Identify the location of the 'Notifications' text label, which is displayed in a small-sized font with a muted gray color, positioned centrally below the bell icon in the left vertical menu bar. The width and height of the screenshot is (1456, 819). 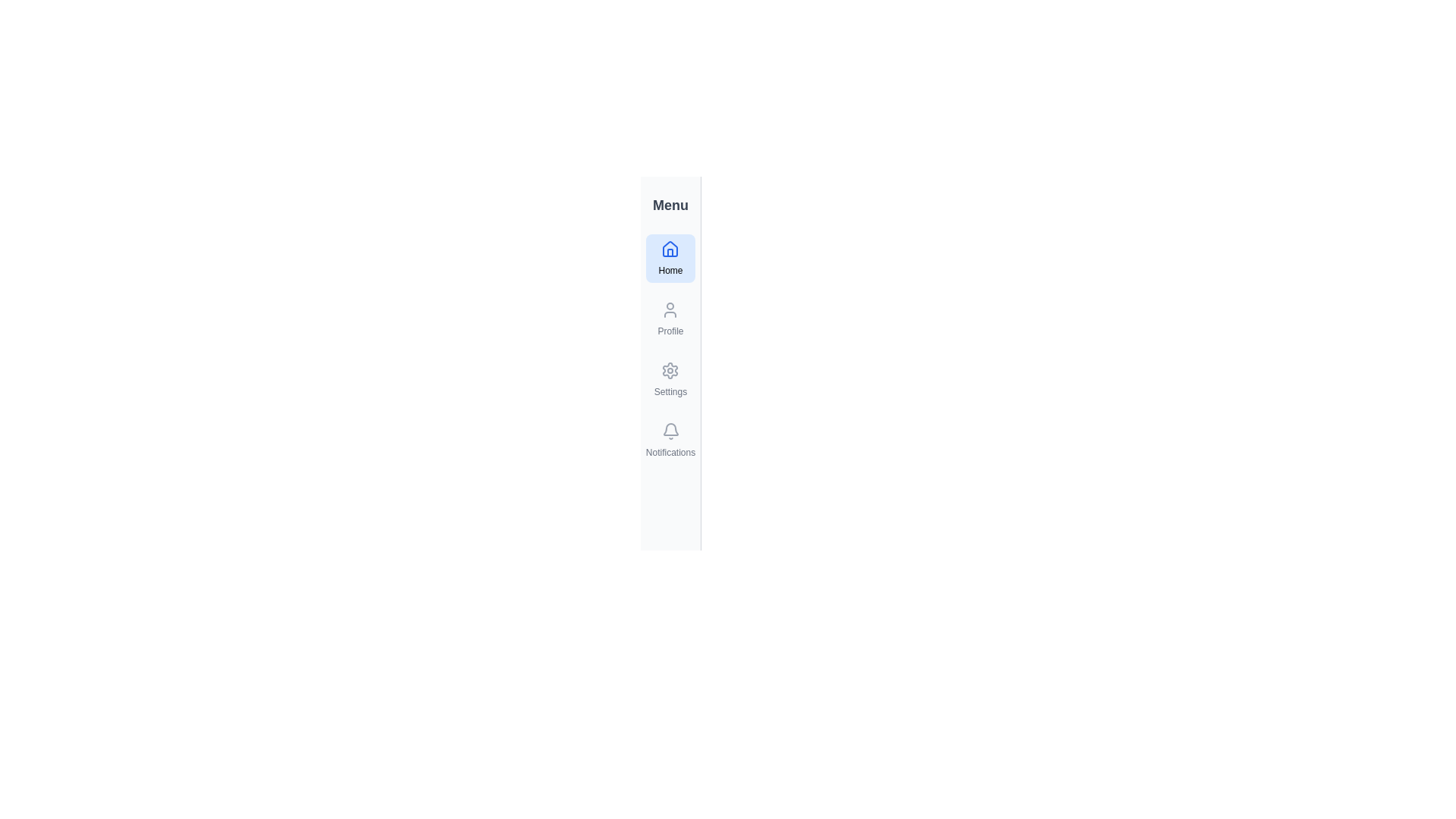
(670, 452).